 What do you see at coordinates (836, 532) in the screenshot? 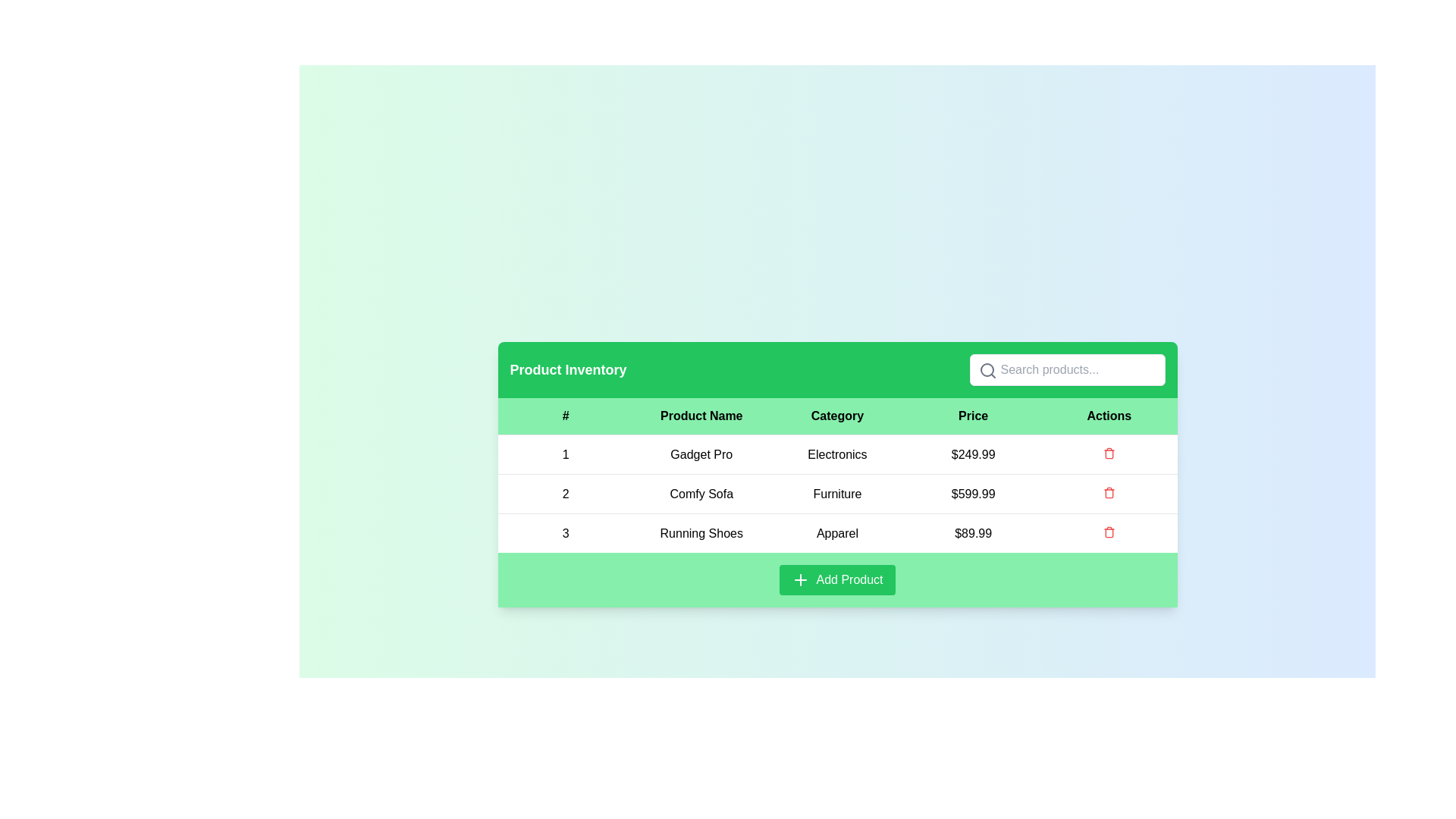
I see `the non-interactive Text label indicating the category of the product item in the third row of the table under the 'Category' column` at bounding box center [836, 532].